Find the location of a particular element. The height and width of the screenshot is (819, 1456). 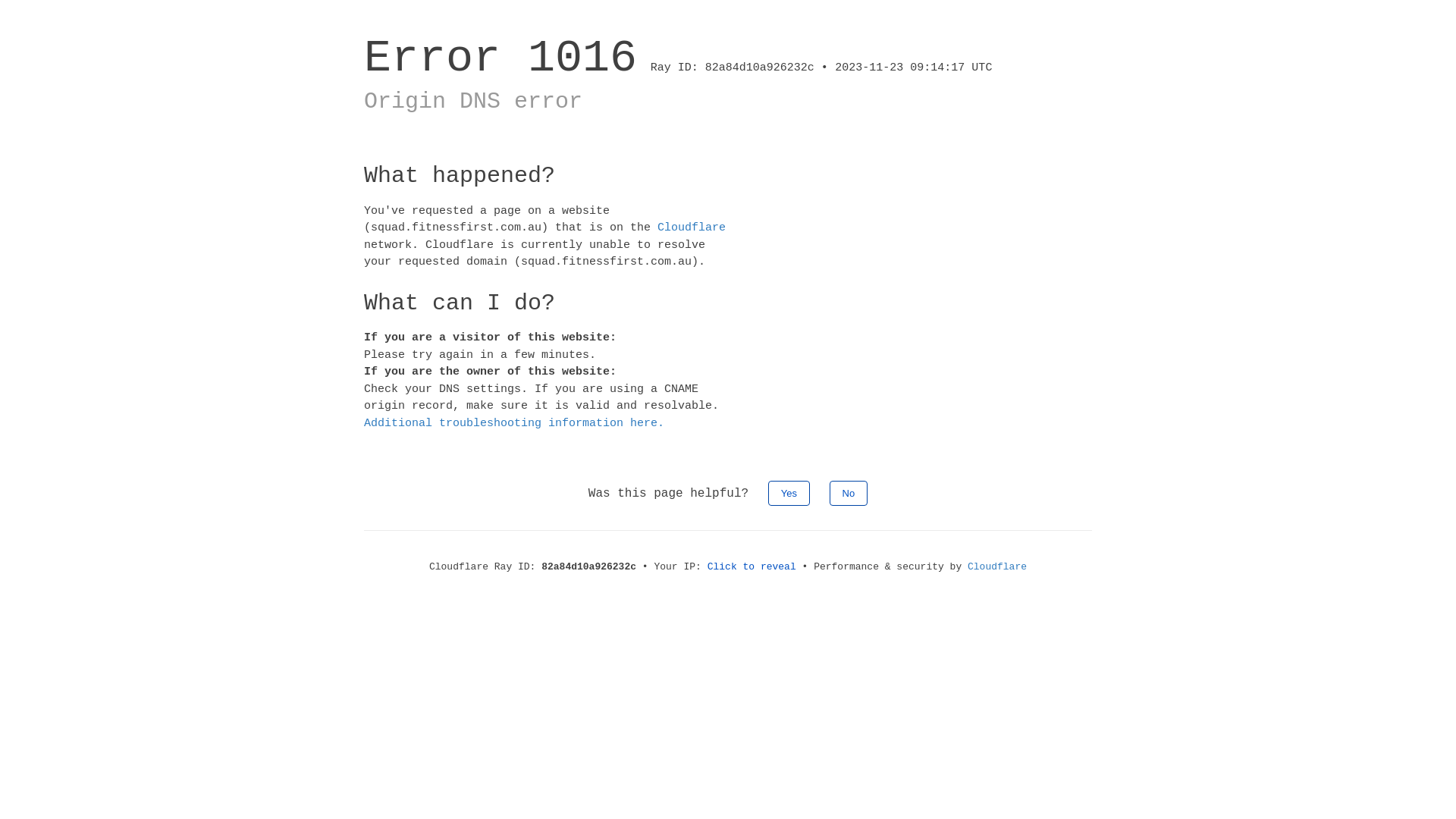

'Click to reveal' is located at coordinates (752, 566).